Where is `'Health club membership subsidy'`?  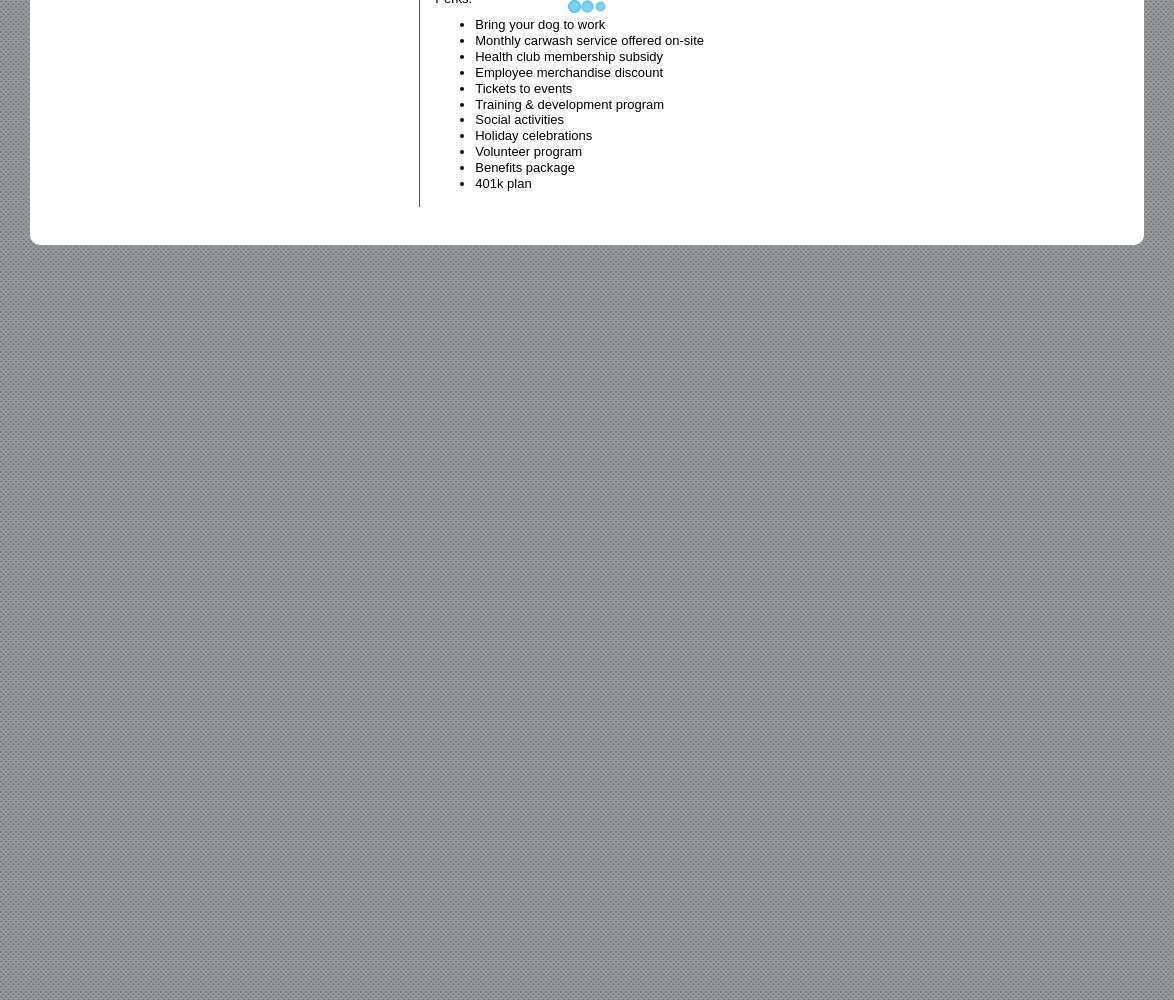 'Health club membership subsidy' is located at coordinates (568, 55).